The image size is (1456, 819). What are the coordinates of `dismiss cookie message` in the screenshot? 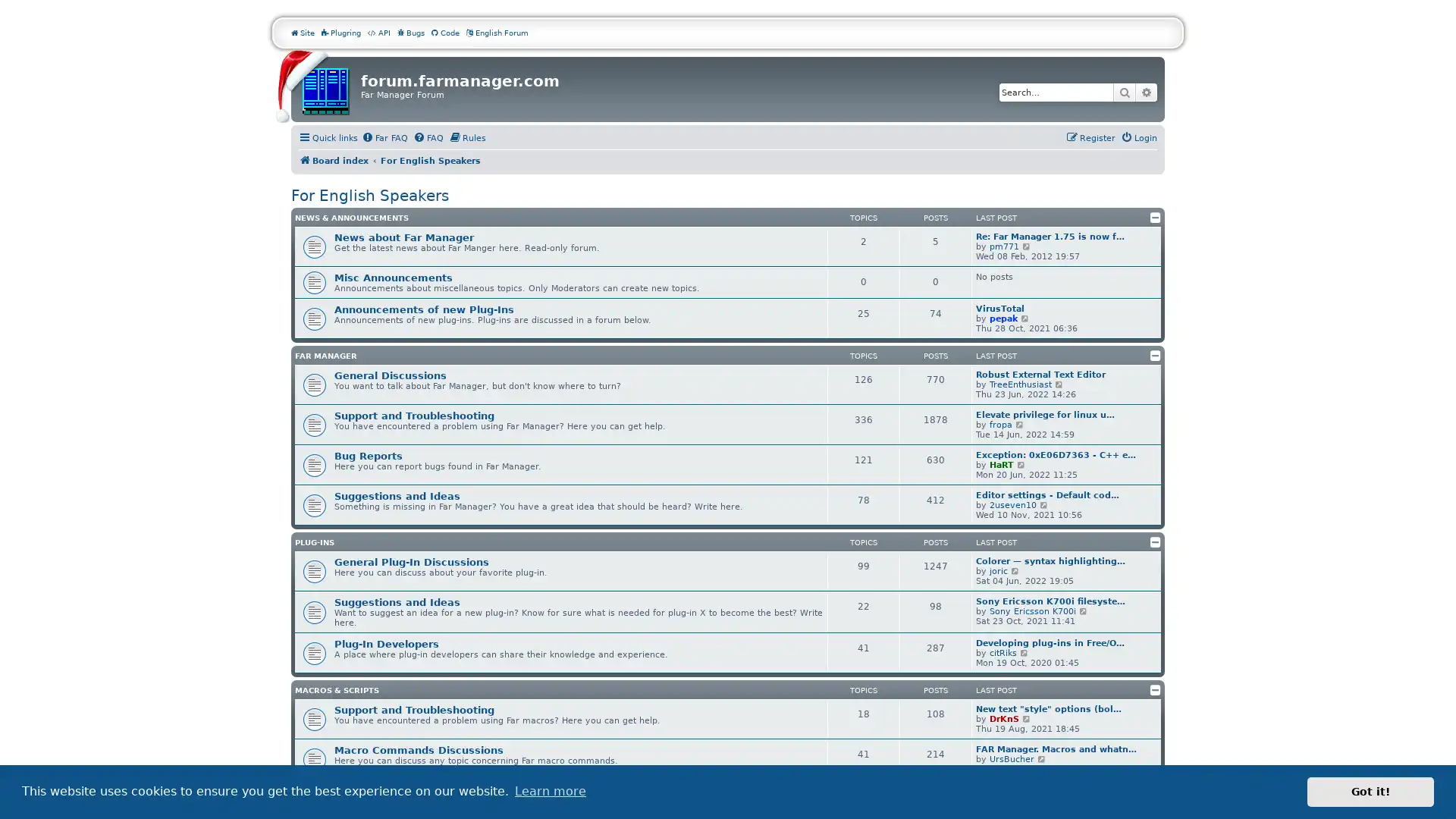 It's located at (1370, 791).